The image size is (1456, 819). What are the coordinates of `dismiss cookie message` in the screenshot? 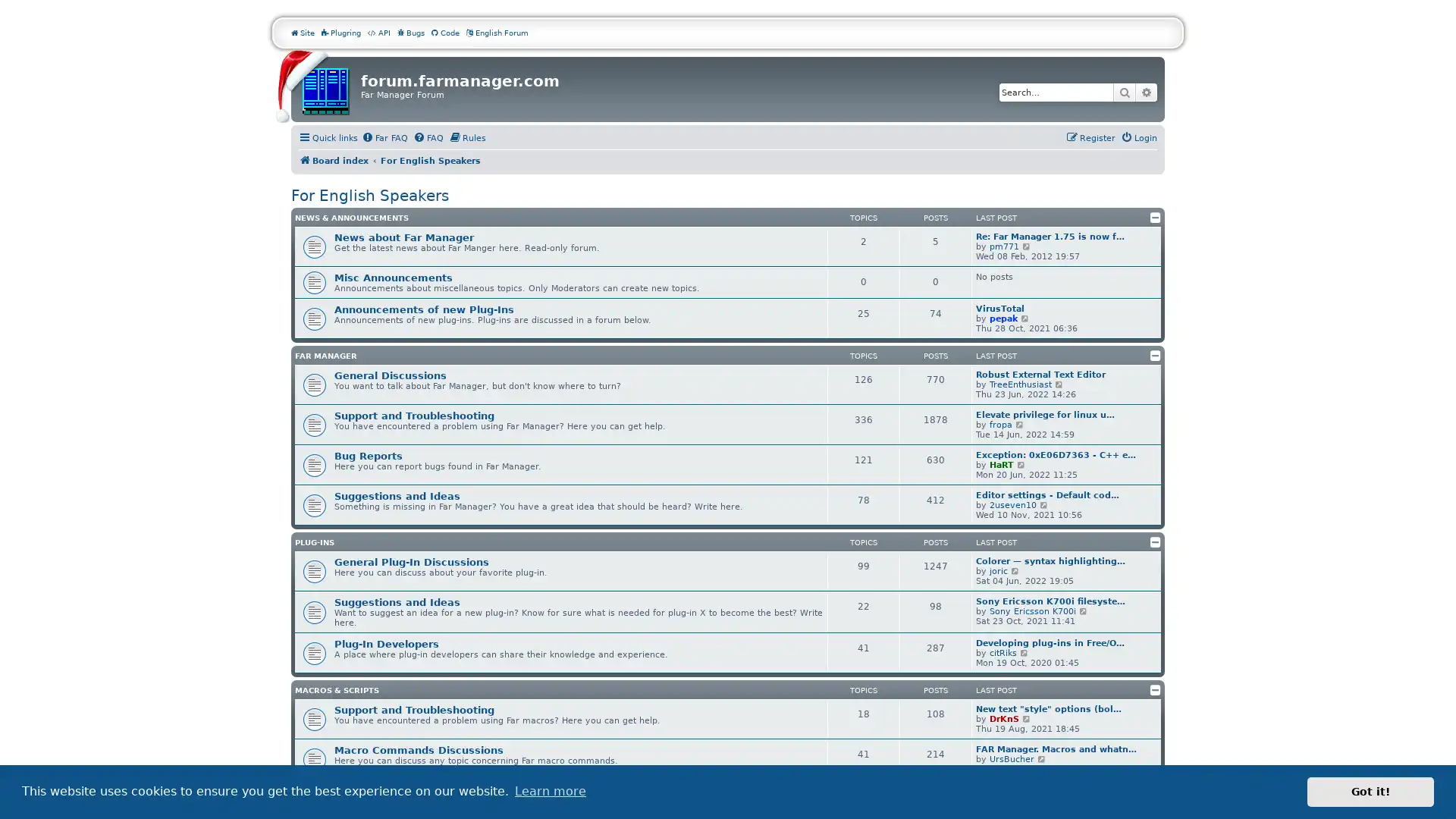 It's located at (1370, 791).